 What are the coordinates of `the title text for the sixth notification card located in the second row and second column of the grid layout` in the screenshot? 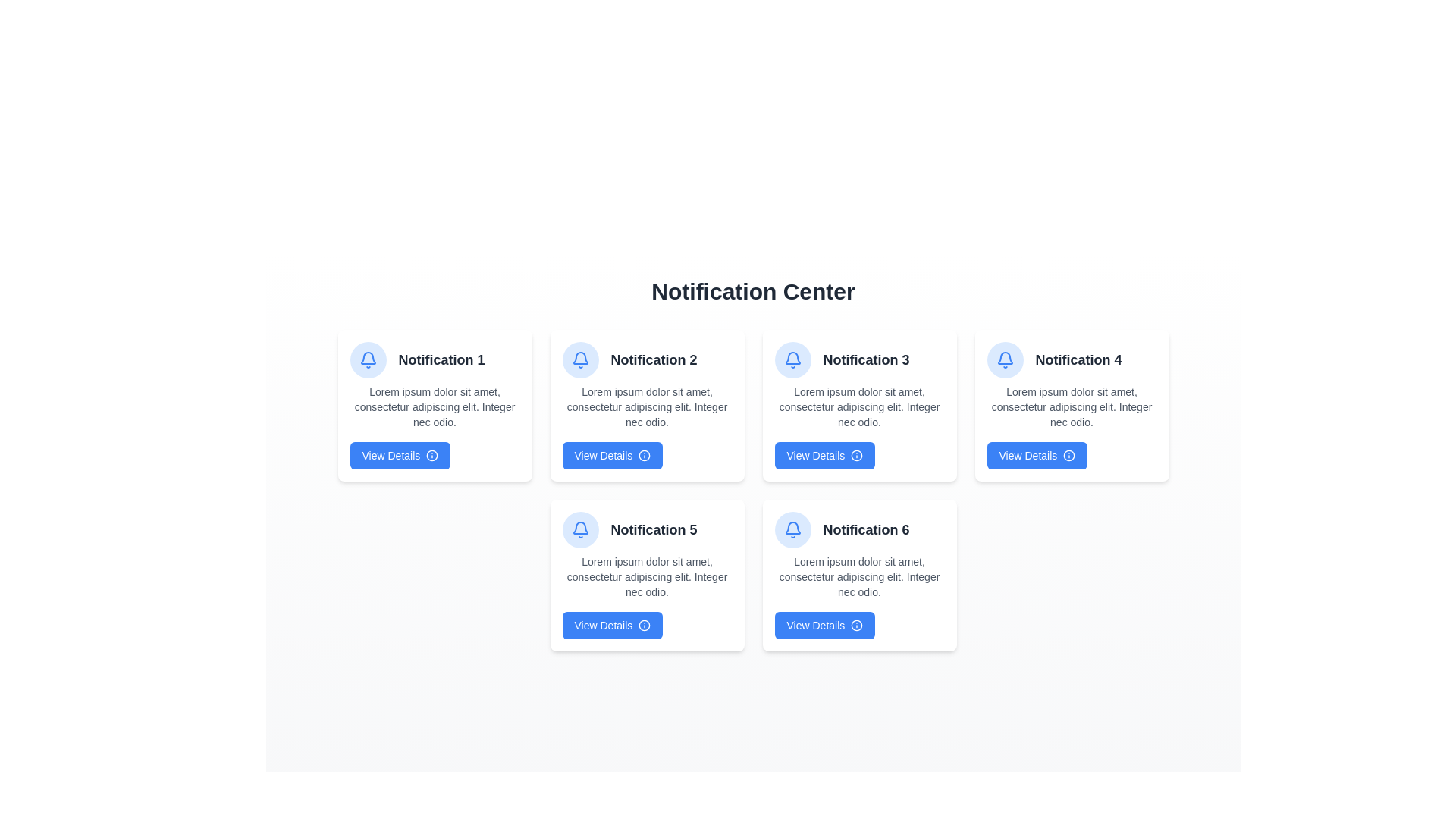 It's located at (859, 529).